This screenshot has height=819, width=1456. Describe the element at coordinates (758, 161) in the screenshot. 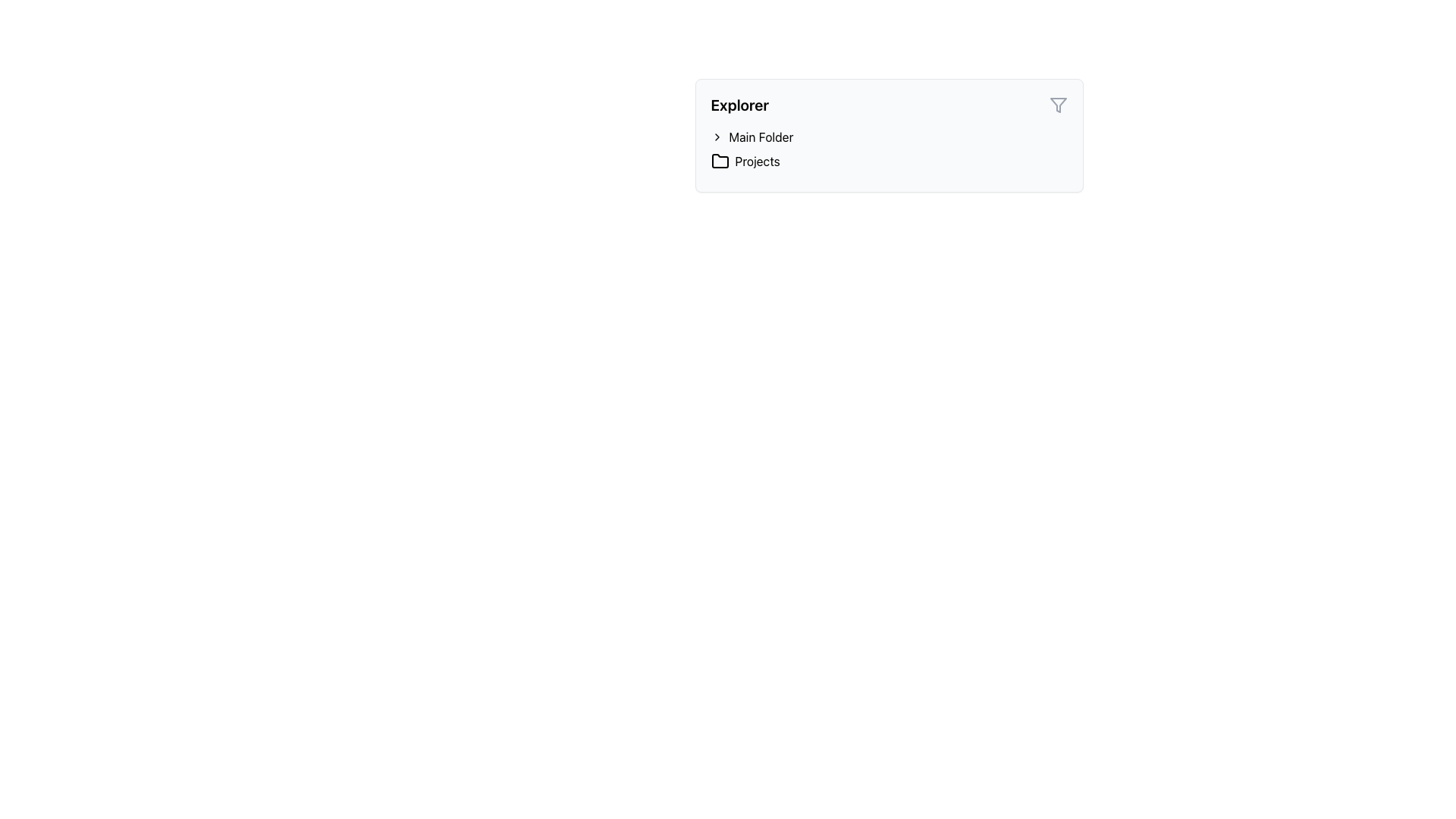

I see `the 'Projects' text label located in the top-right section of the explorer panel` at that location.